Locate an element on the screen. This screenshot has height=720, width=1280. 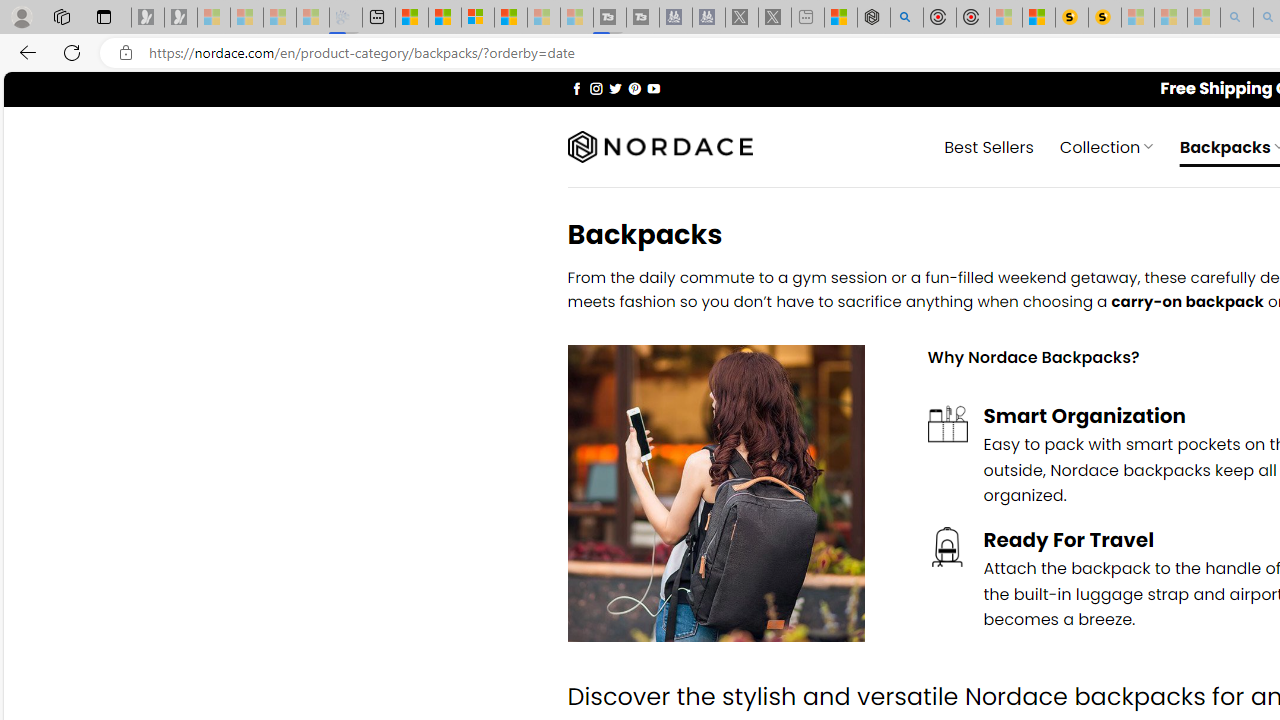
'Follow on Twitter' is located at coordinates (614, 87).